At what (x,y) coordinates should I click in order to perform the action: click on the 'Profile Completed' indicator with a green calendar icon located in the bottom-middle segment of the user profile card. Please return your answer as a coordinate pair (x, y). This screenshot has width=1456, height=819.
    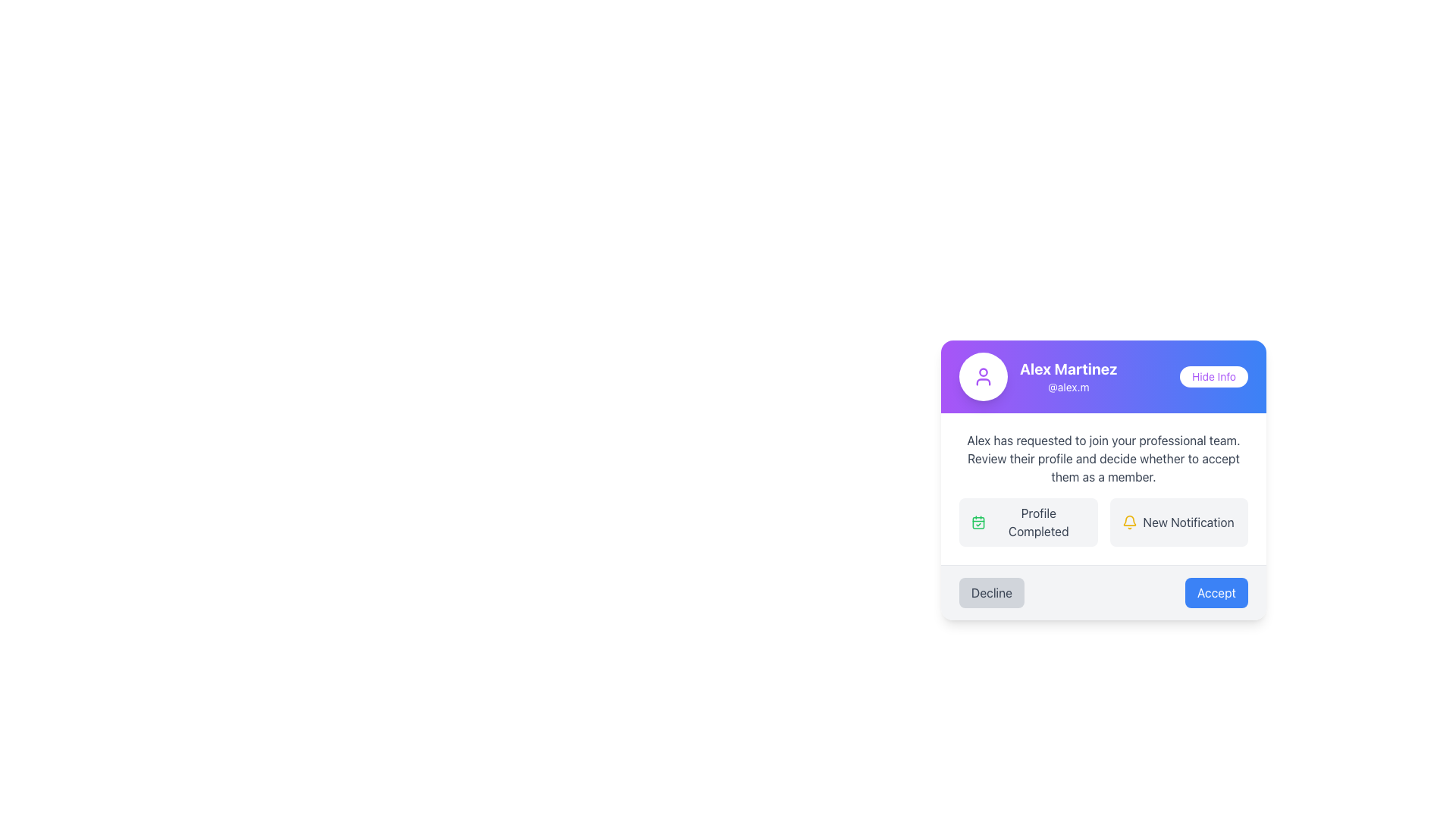
    Looking at the image, I should click on (1028, 522).